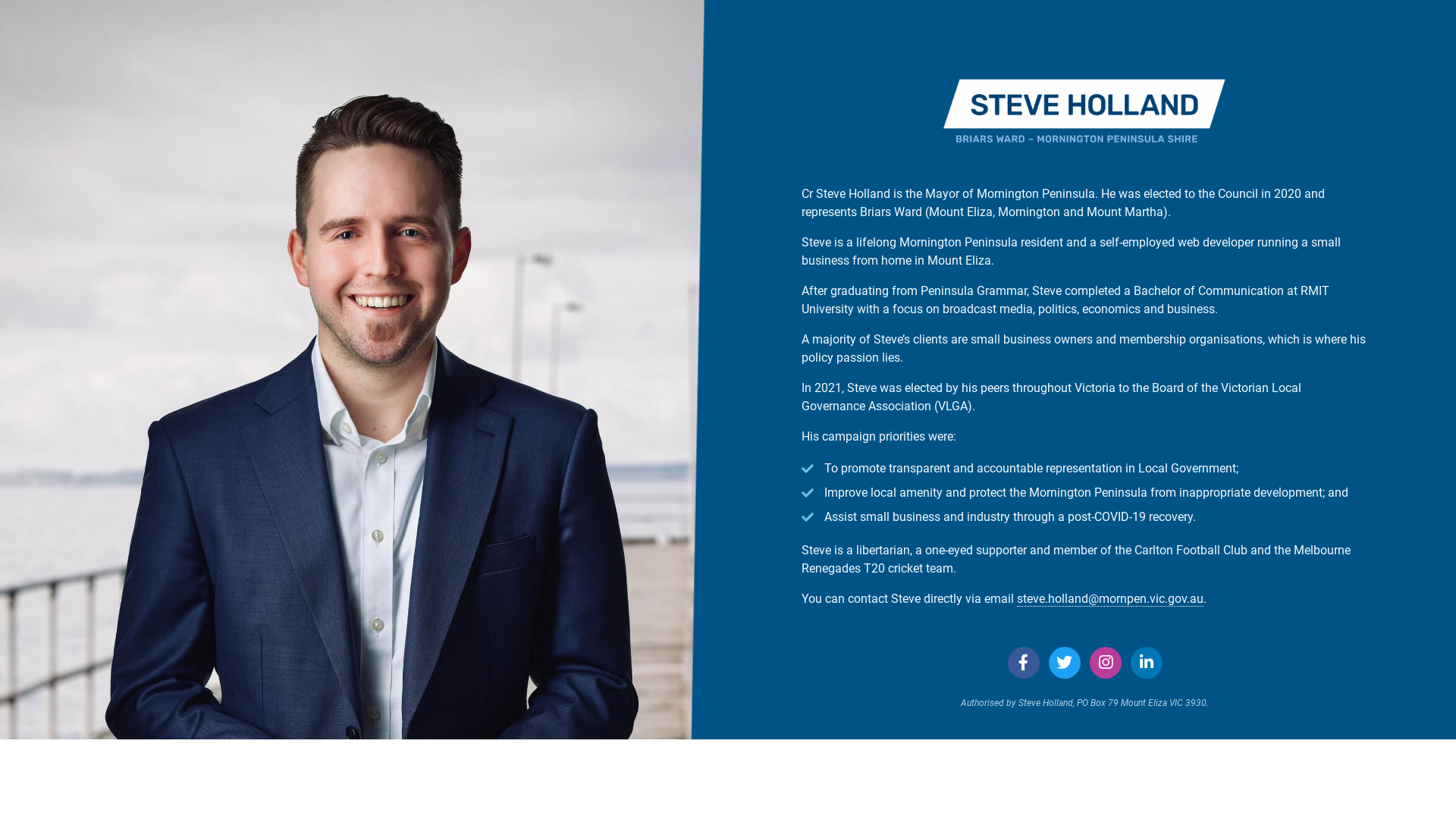 The width and height of the screenshot is (1456, 819). Describe the element at coordinates (1110, 598) in the screenshot. I see `'steve.holland@mornpen.vic.gov.au'` at that location.